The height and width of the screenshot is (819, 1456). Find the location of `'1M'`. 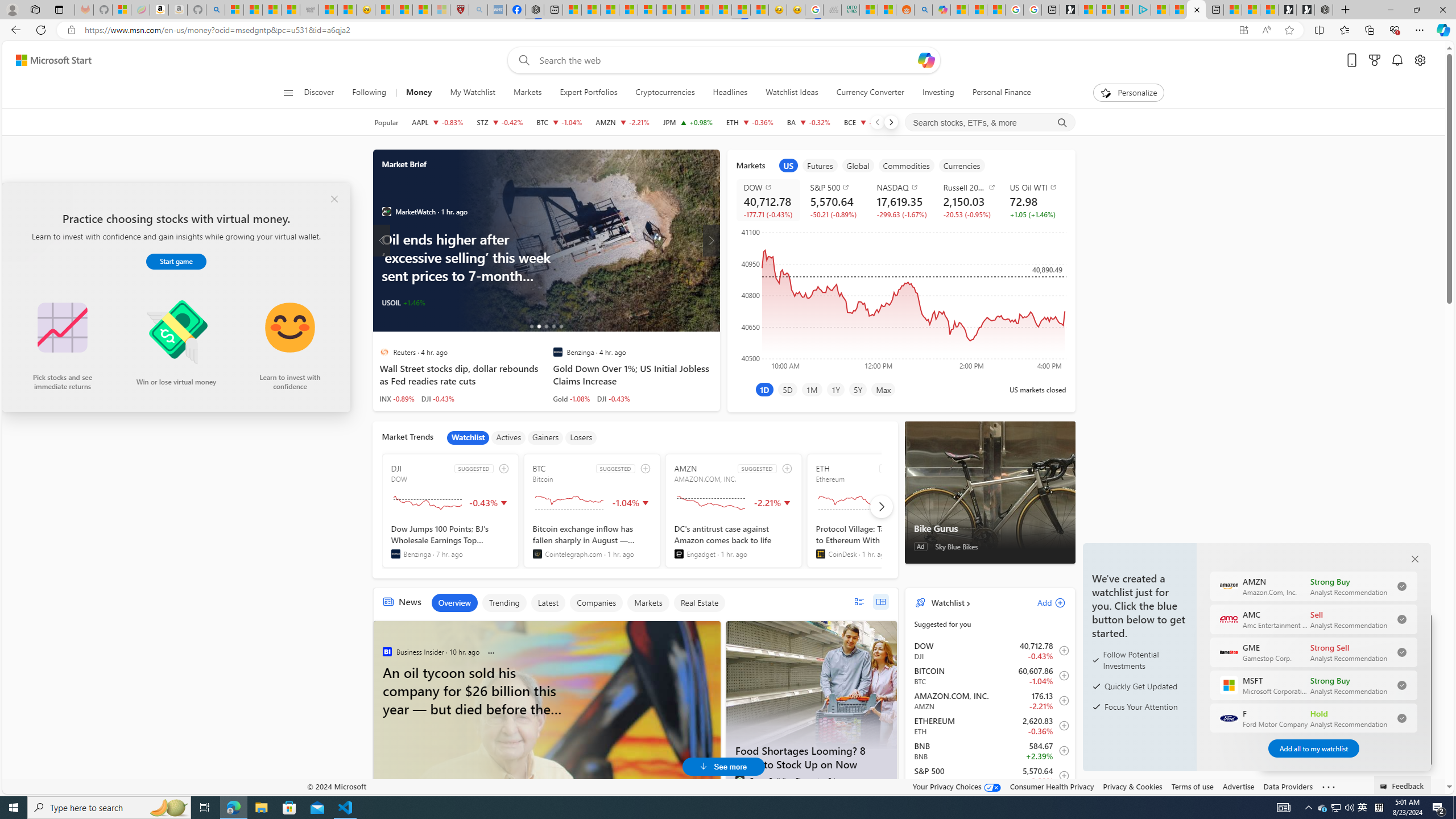

'1M' is located at coordinates (811, 388).